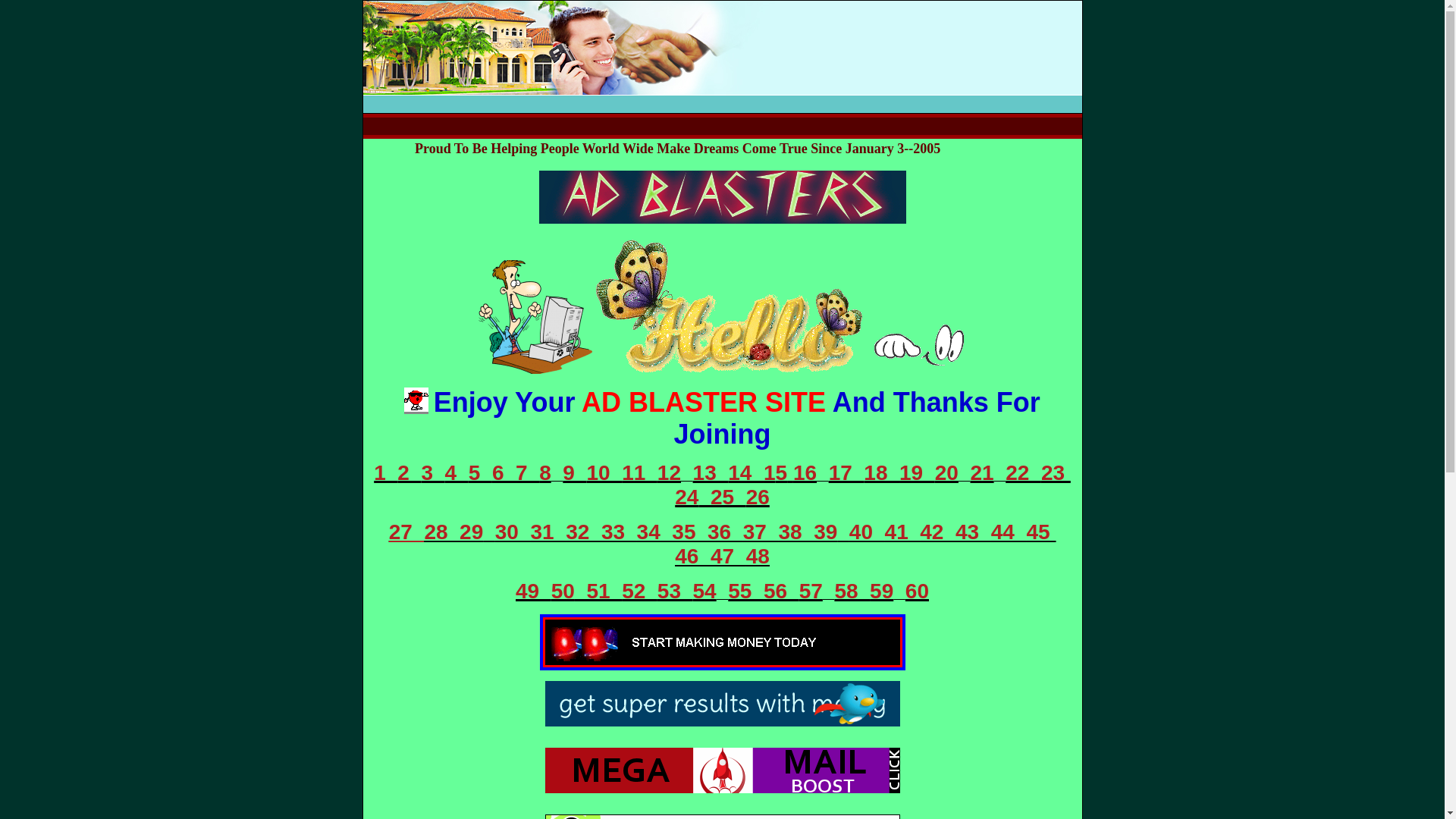  I want to click on '1 ', so click(385, 472).